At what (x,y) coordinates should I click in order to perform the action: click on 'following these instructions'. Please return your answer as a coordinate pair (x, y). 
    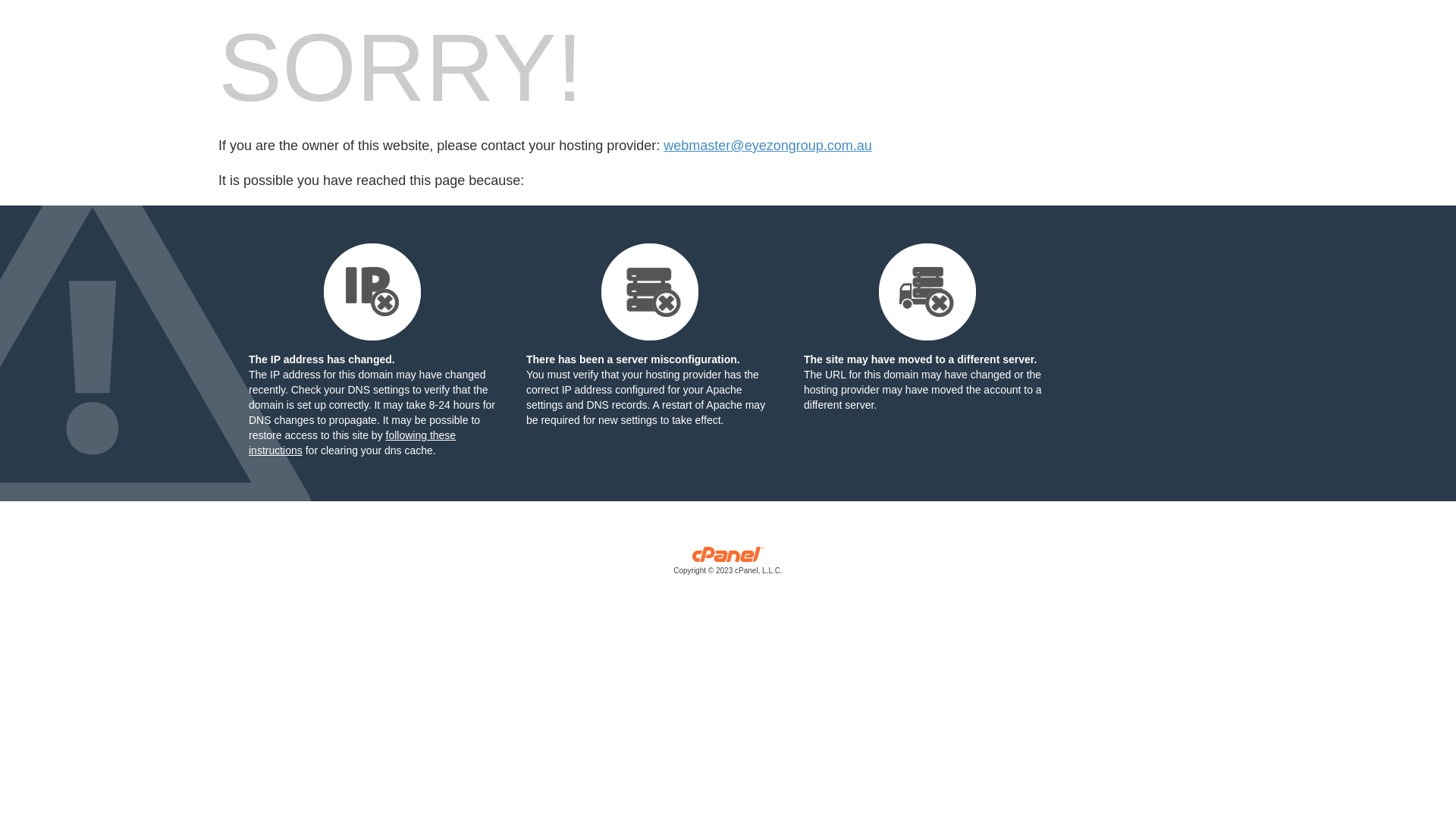
    Looking at the image, I should click on (351, 442).